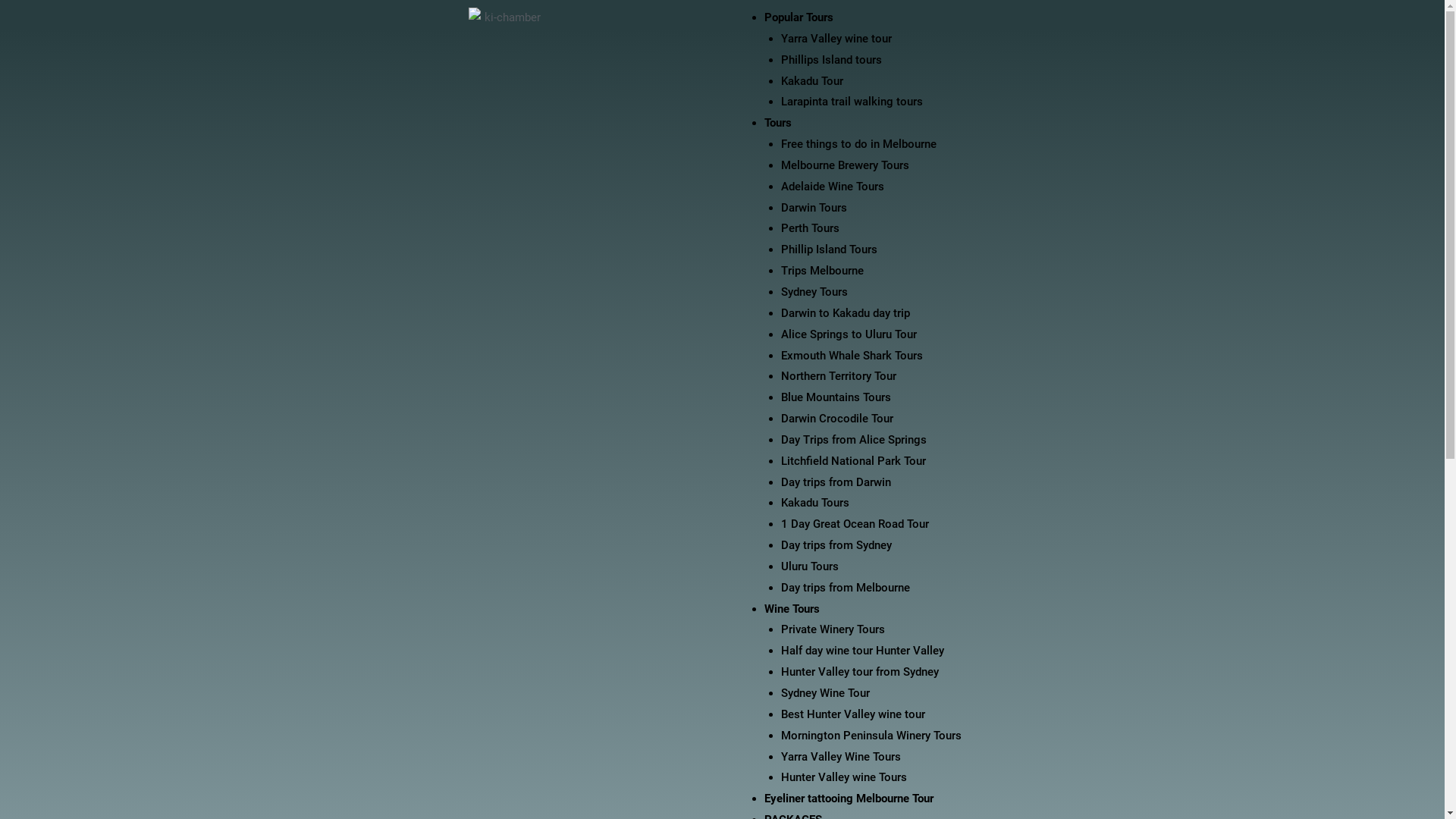 The height and width of the screenshot is (819, 1456). I want to click on 'Hunter Valley tour from Sydney', so click(859, 671).